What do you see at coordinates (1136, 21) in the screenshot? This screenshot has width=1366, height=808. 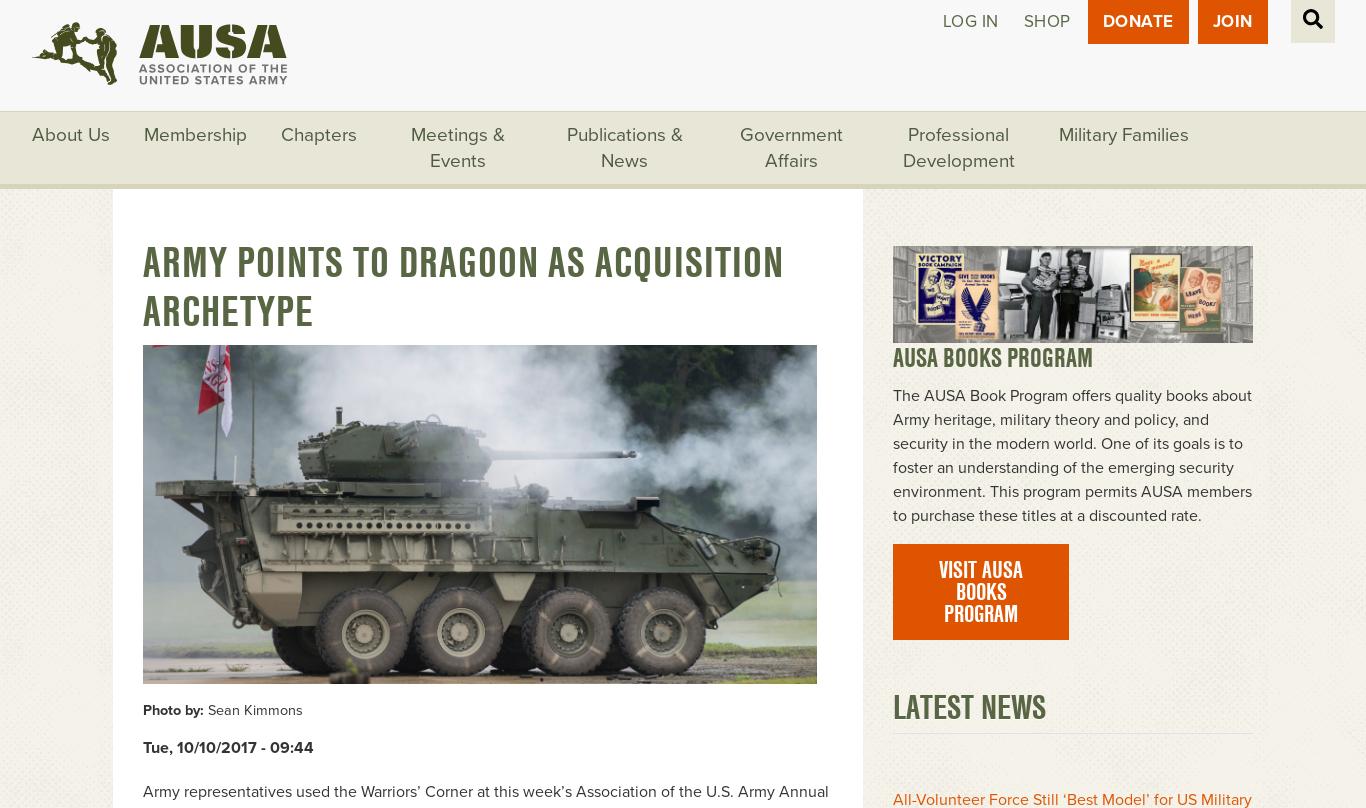 I see `'Donate'` at bounding box center [1136, 21].